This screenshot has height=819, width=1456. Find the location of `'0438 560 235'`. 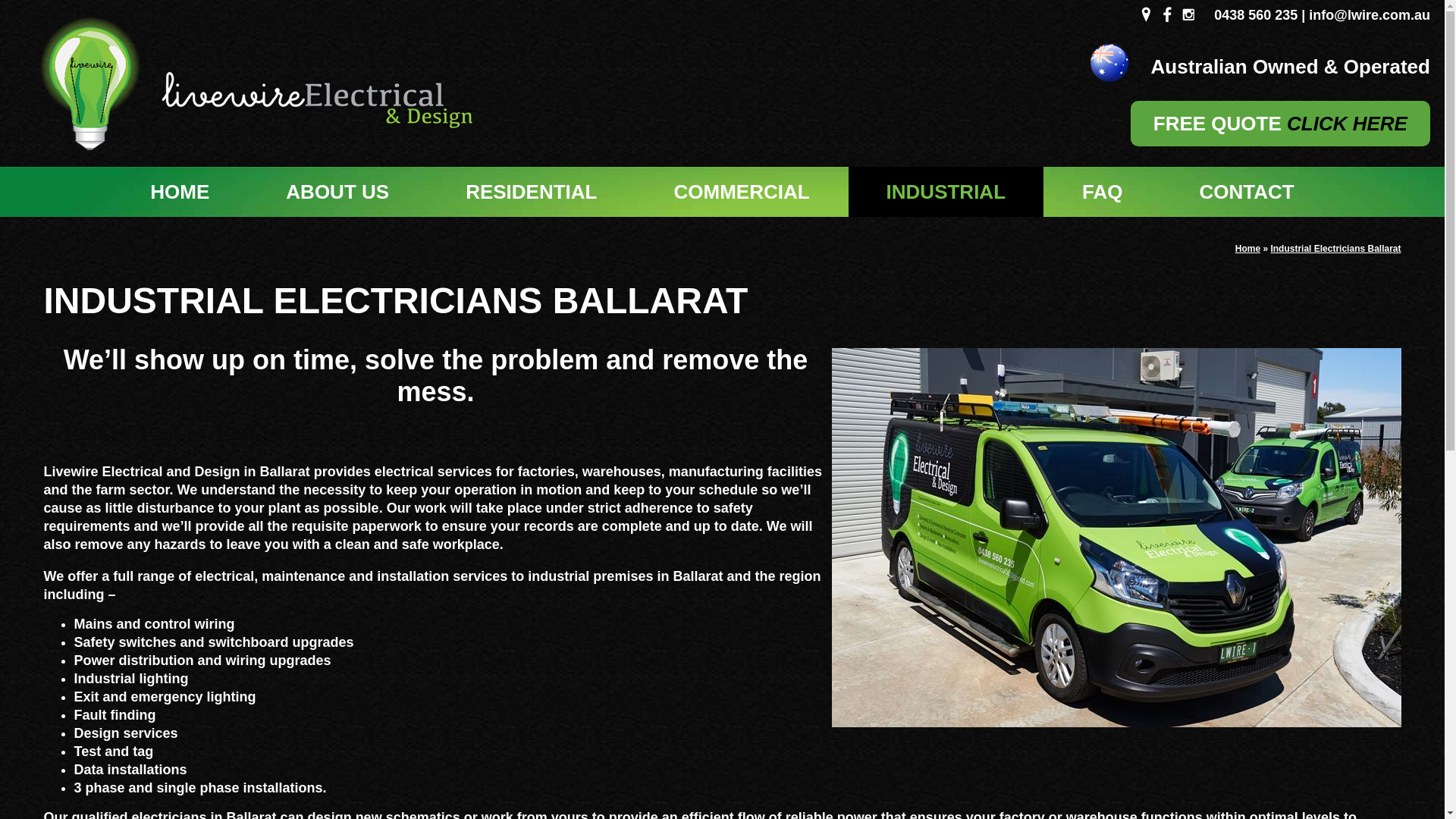

'0438 560 235' is located at coordinates (1256, 14).